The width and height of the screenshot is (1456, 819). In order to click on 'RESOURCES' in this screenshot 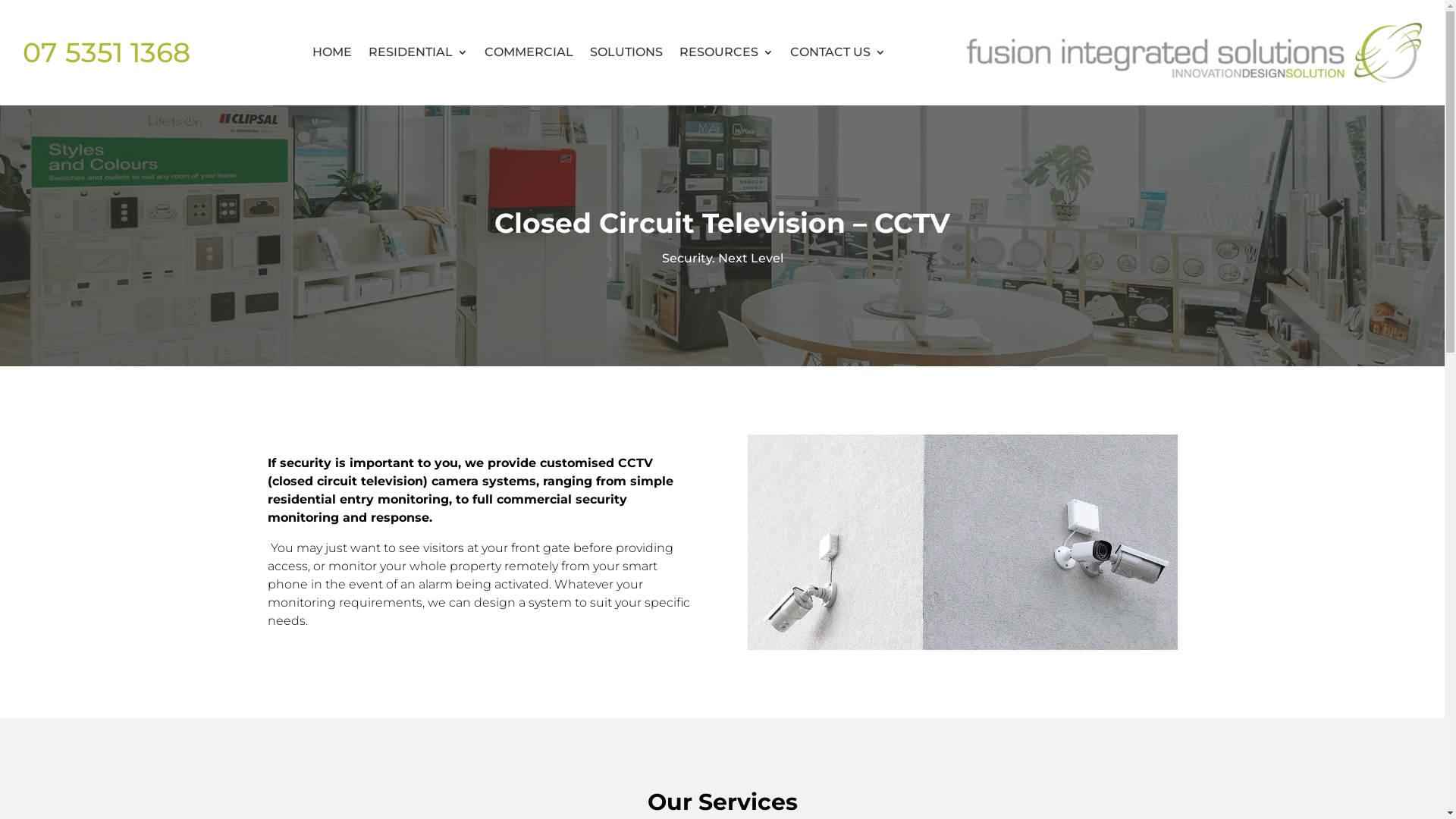, I will do `click(726, 52)`.